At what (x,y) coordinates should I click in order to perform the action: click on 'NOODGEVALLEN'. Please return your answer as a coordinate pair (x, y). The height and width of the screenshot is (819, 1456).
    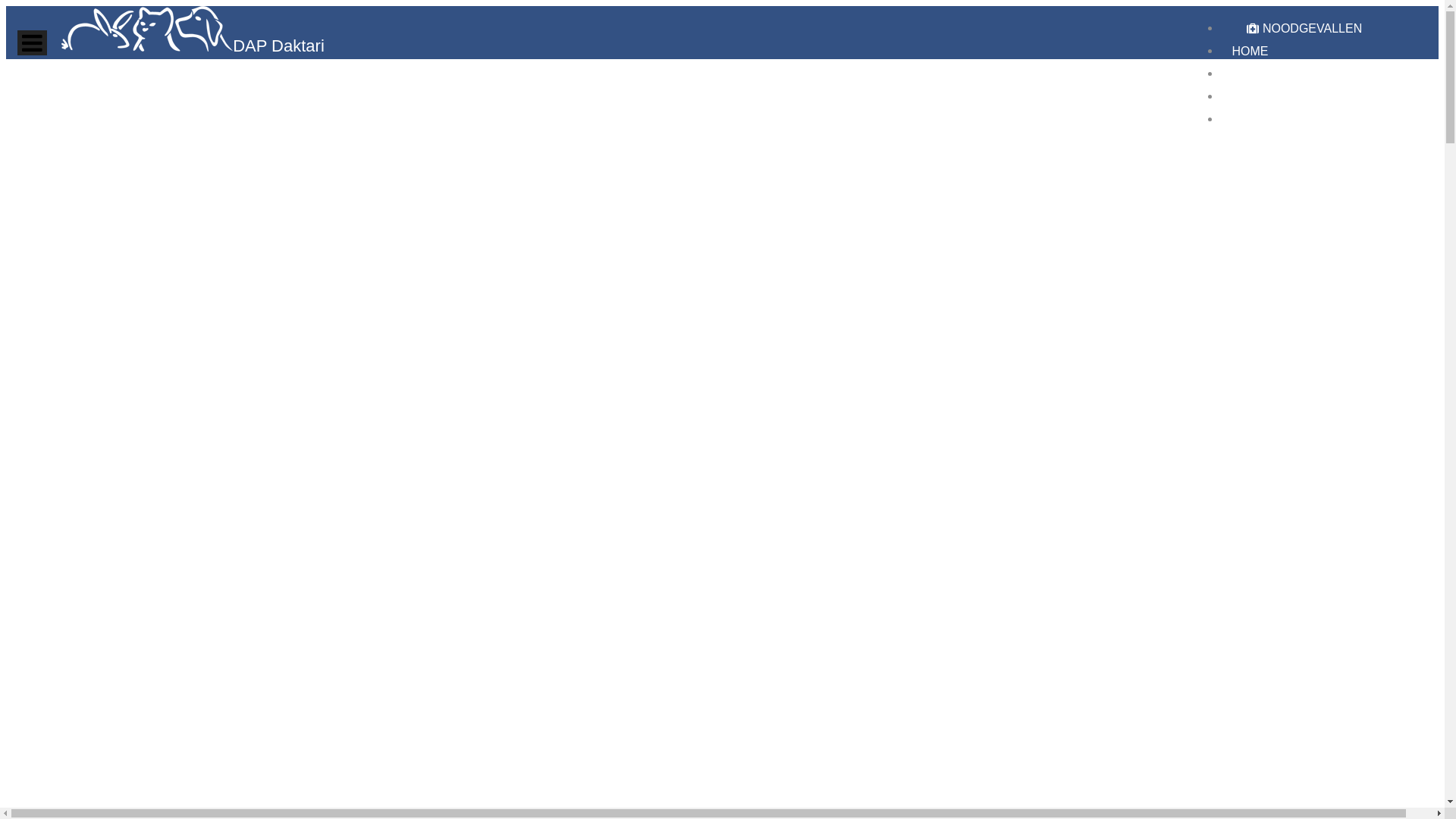
    Looking at the image, I should click on (1303, 28).